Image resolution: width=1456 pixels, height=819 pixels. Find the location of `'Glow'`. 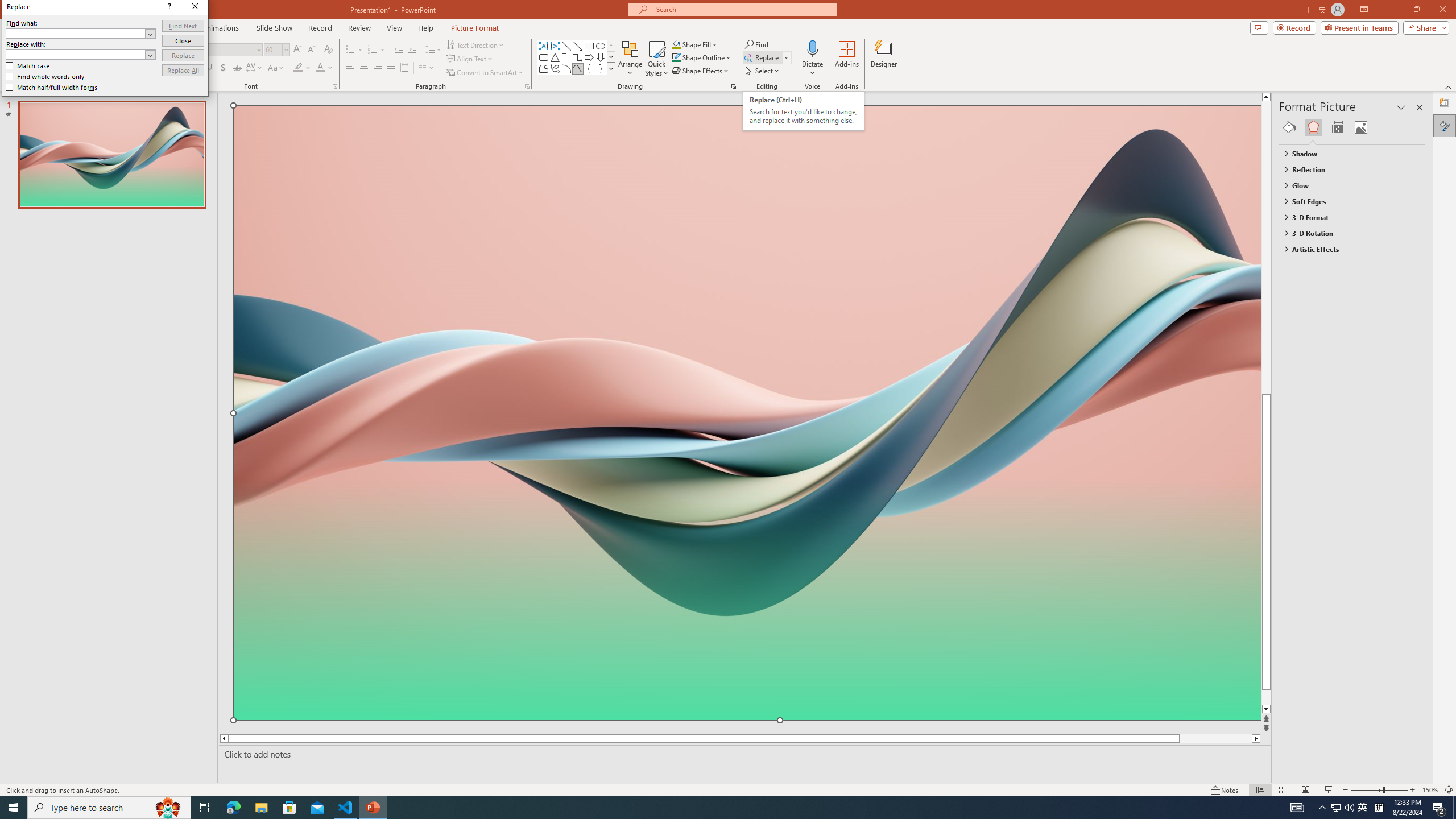

'Glow' is located at coordinates (1347, 185).